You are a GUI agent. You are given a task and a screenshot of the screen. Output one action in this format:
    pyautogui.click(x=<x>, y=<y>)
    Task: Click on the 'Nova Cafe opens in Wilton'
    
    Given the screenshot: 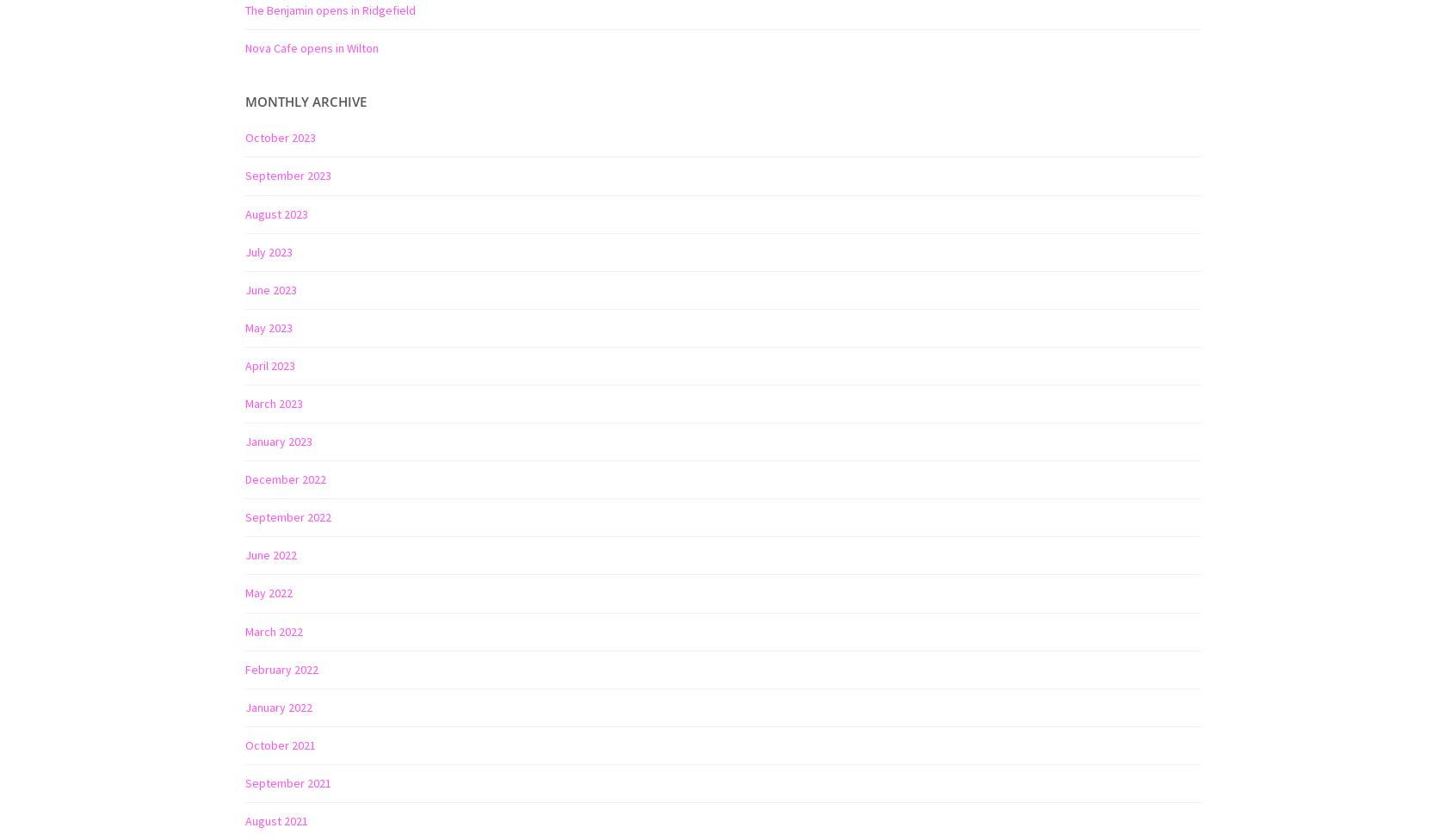 What is the action you would take?
    pyautogui.click(x=312, y=48)
    